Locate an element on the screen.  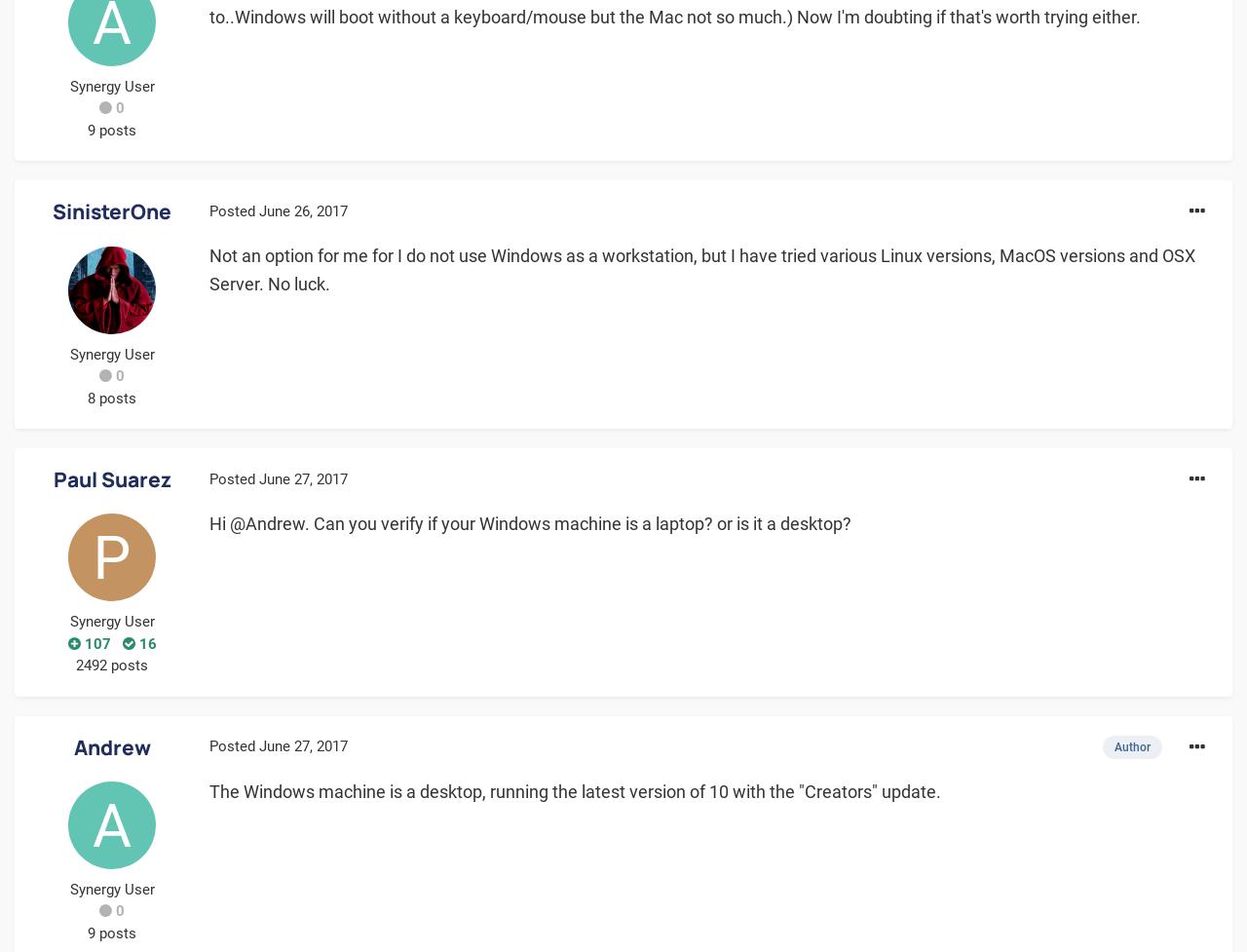
'Author' is located at coordinates (1132, 745).